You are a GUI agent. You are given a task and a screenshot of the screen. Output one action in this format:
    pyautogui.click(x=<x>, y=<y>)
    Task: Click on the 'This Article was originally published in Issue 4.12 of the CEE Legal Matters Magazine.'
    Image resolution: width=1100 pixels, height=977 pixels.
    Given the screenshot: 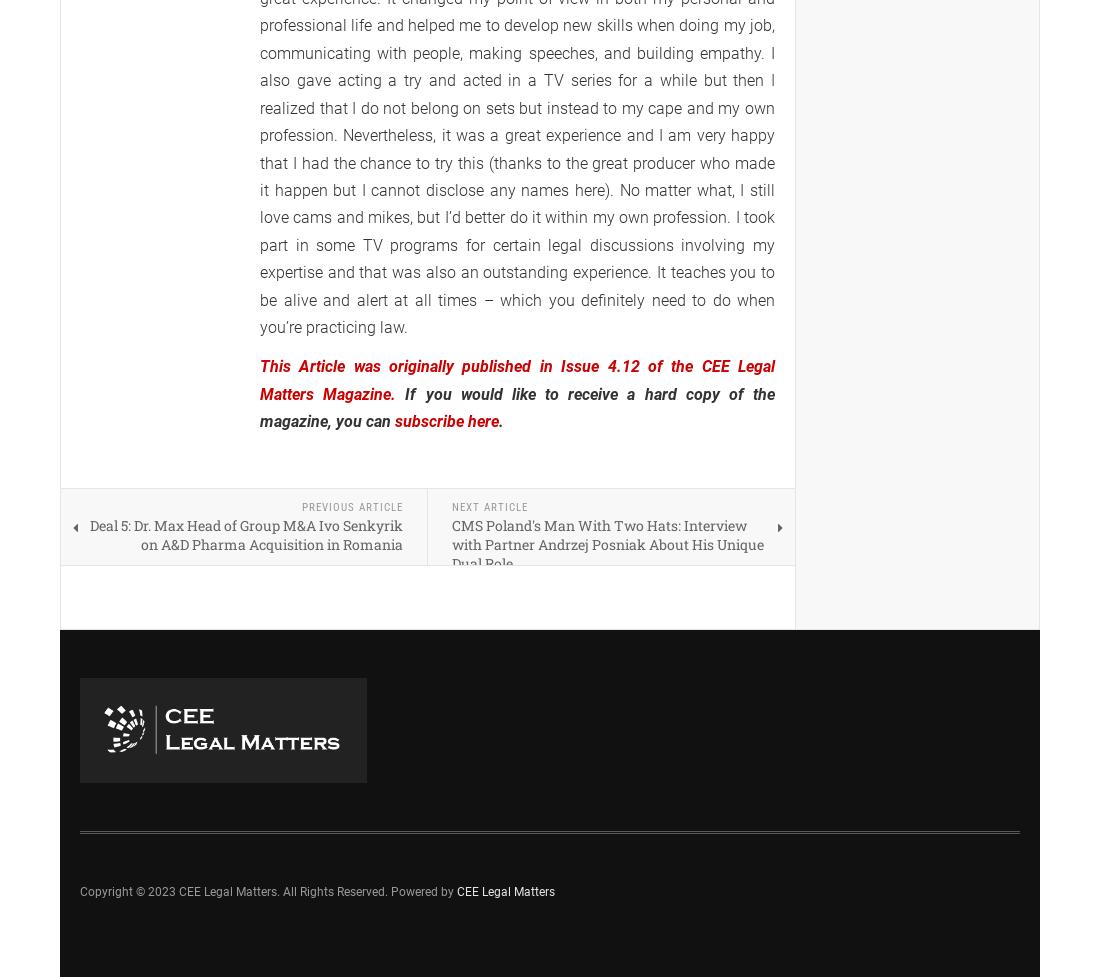 What is the action you would take?
    pyautogui.click(x=260, y=379)
    